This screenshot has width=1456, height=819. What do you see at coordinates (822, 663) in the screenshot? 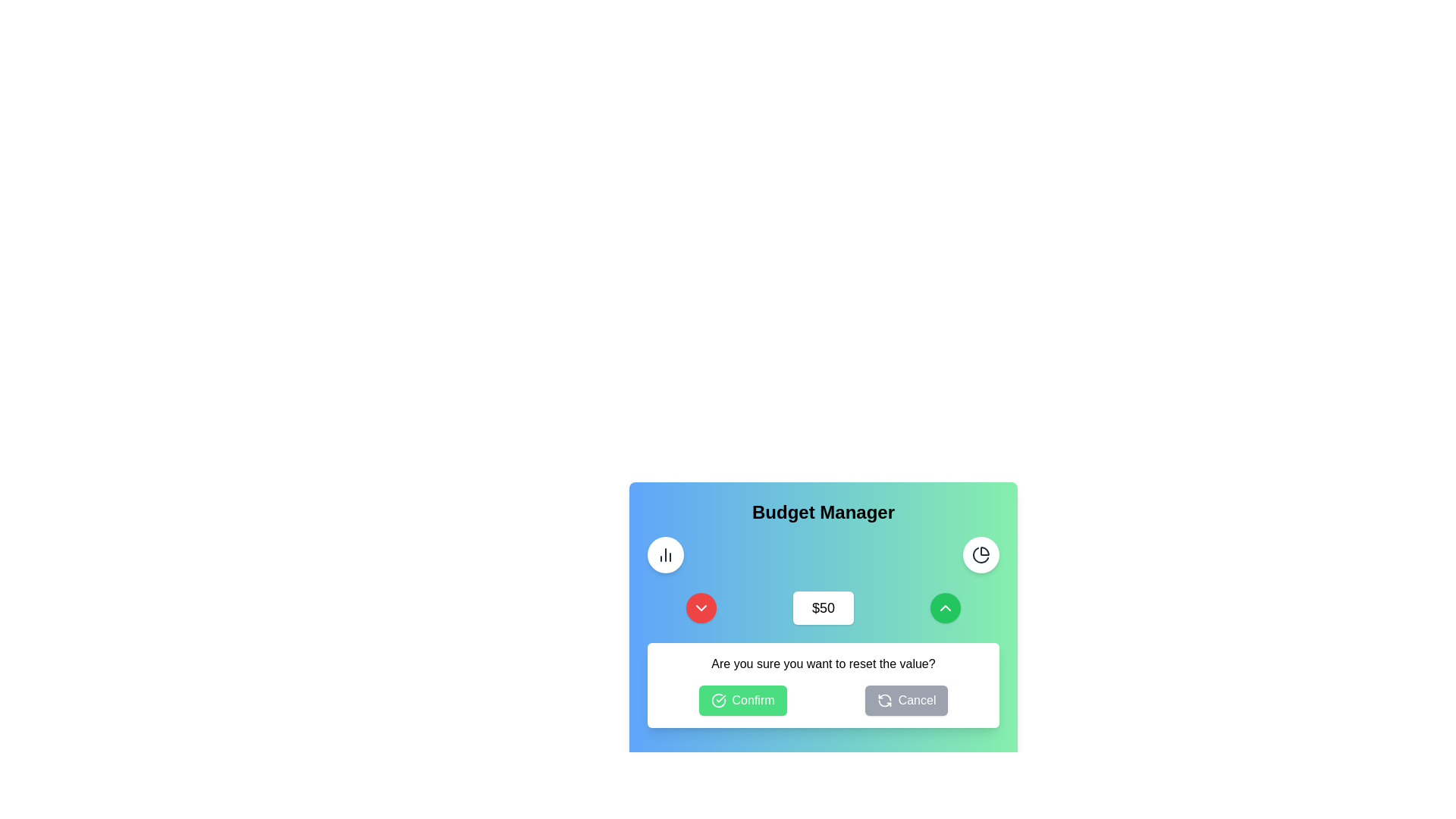
I see `text from the Text Label that says 'Are you sure you want to reset the value?'. This label is horizontally centered and positioned at the top of the dialog box, above the 'Confirm' and 'Cancel' buttons` at bounding box center [822, 663].